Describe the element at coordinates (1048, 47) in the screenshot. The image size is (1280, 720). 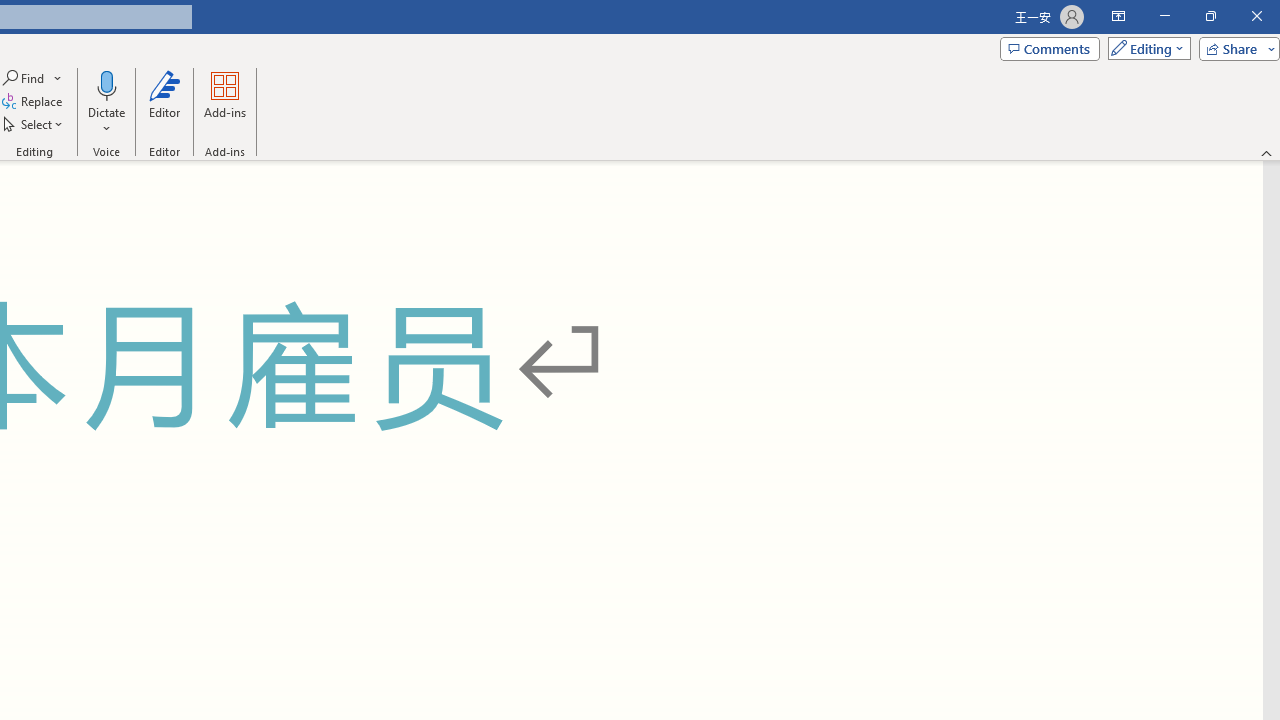
I see `'Comments'` at that location.